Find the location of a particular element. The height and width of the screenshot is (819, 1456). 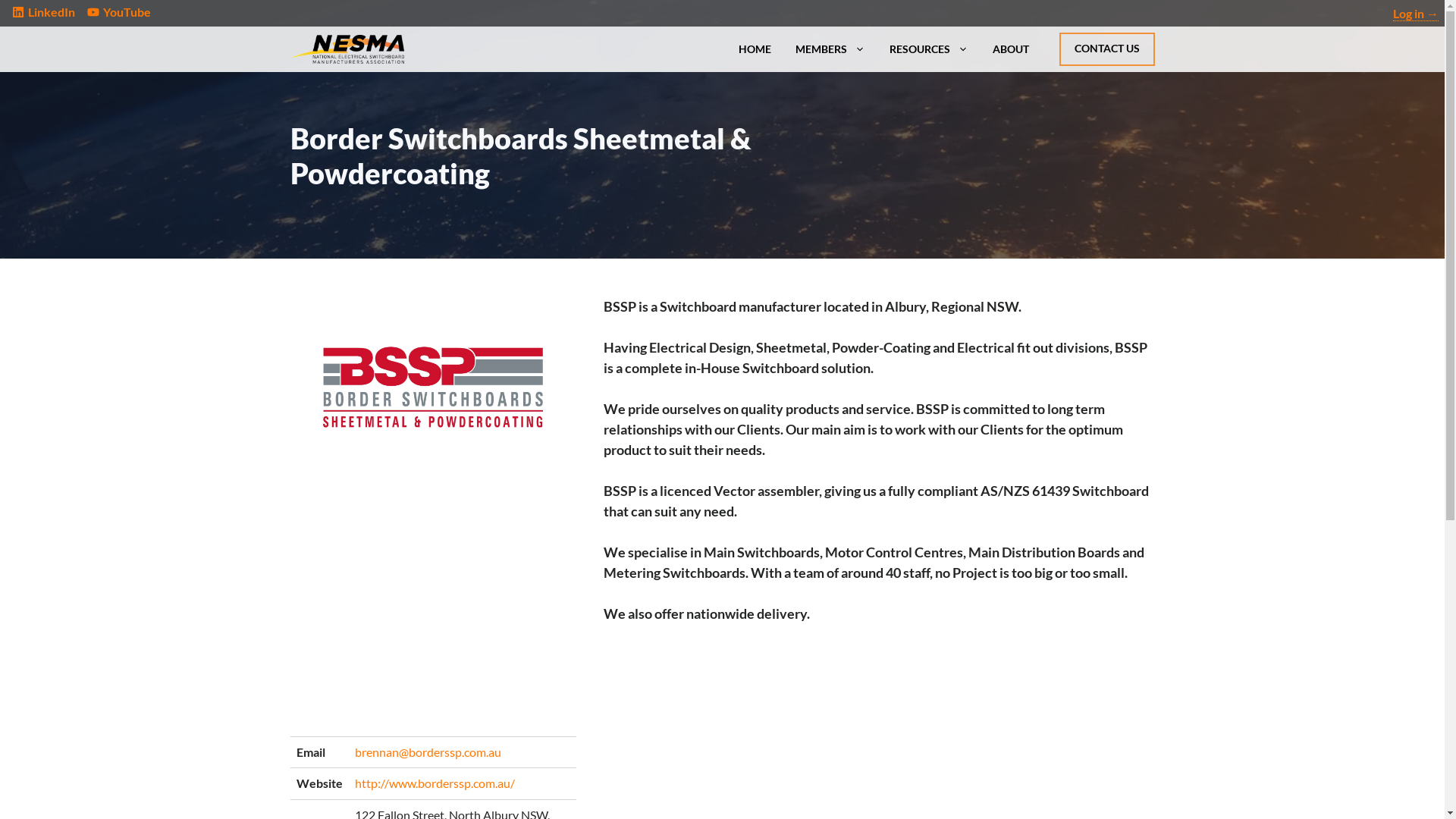

'Log in' is located at coordinates (1415, 14).